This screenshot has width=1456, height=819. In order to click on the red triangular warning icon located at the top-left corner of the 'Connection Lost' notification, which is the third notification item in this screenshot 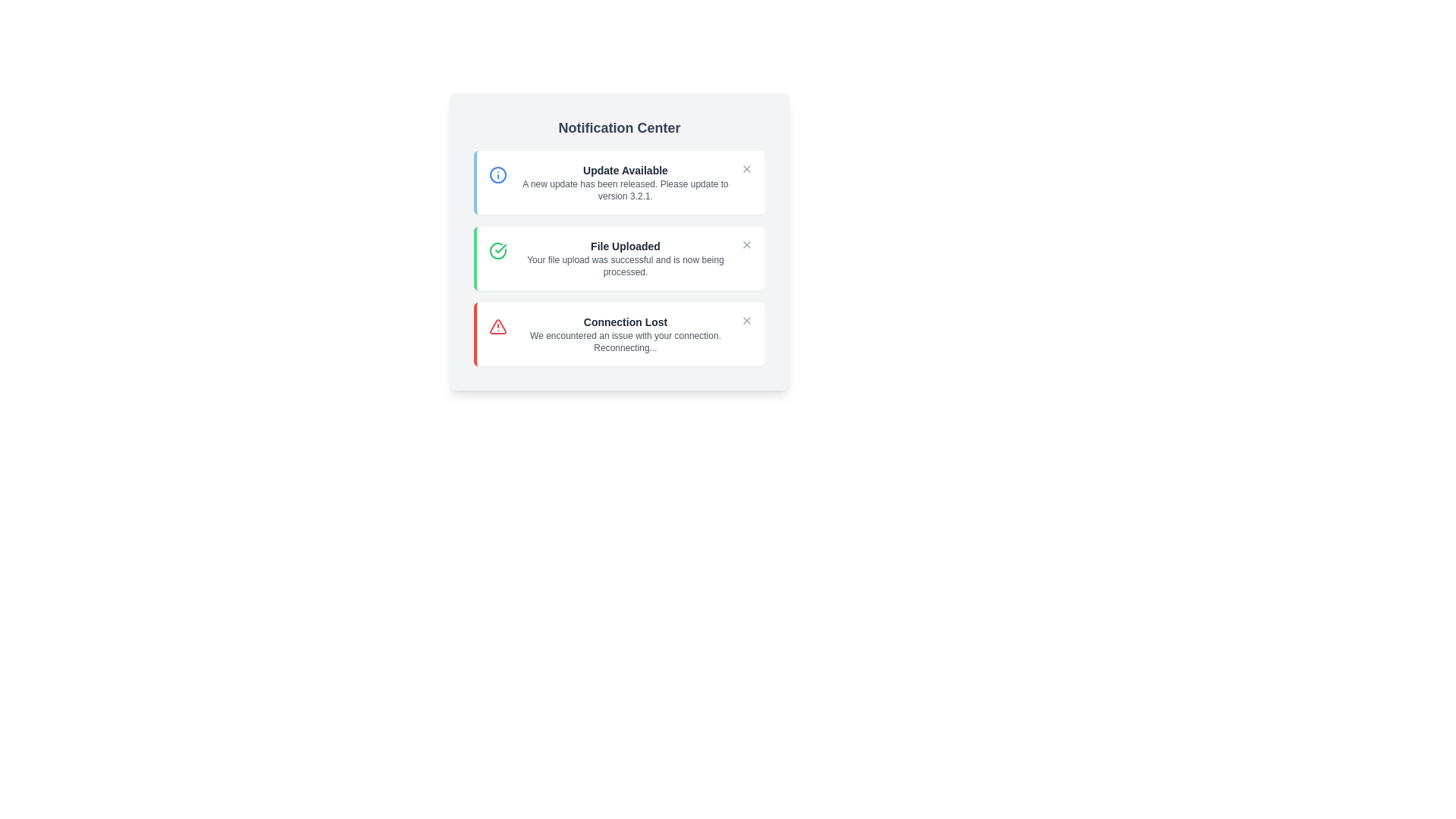, I will do `click(498, 326)`.